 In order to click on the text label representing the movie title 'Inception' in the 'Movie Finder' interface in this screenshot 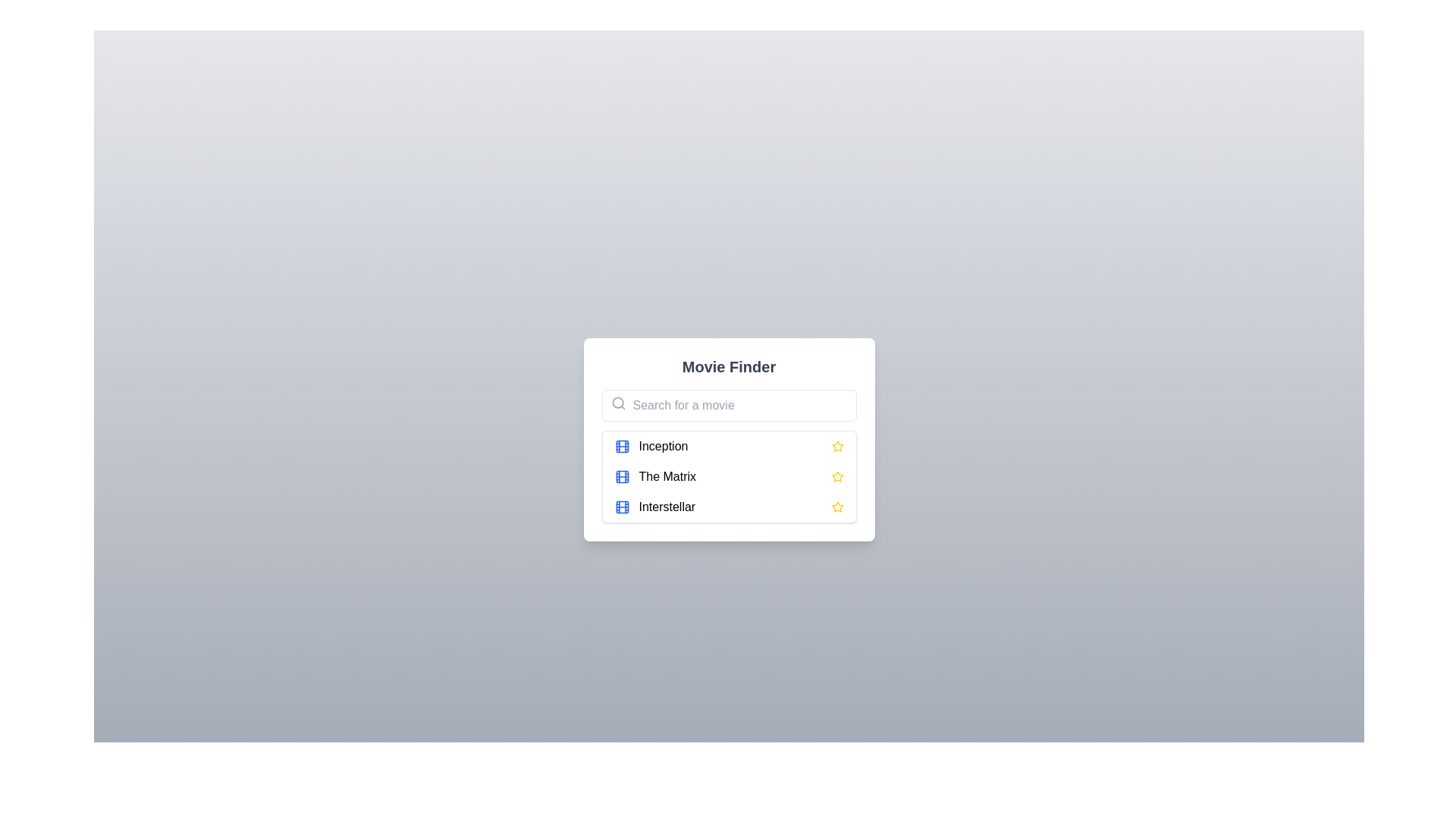, I will do `click(663, 446)`.